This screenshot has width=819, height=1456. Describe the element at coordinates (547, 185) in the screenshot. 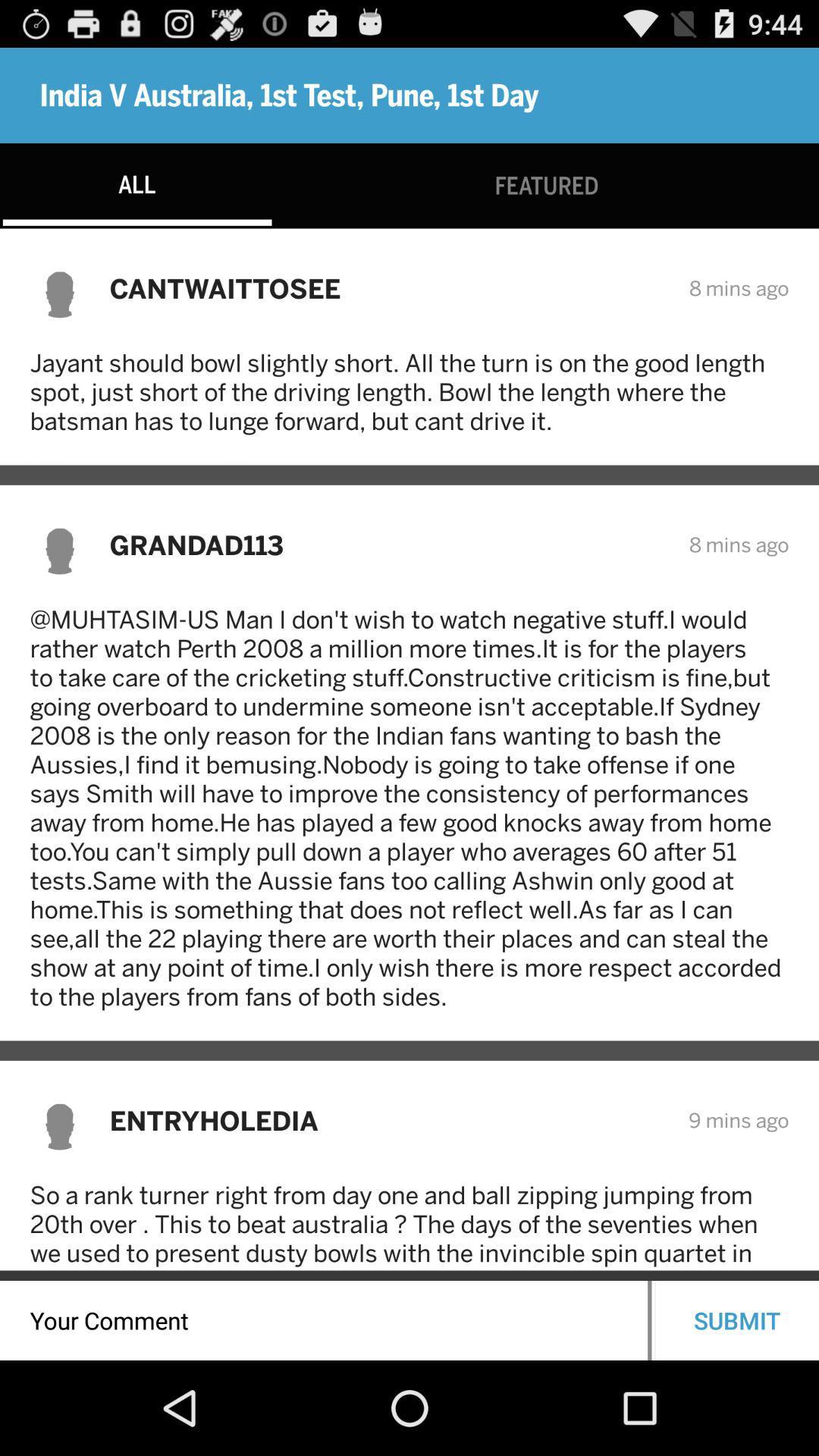

I see `icon below the india v australia icon` at that location.